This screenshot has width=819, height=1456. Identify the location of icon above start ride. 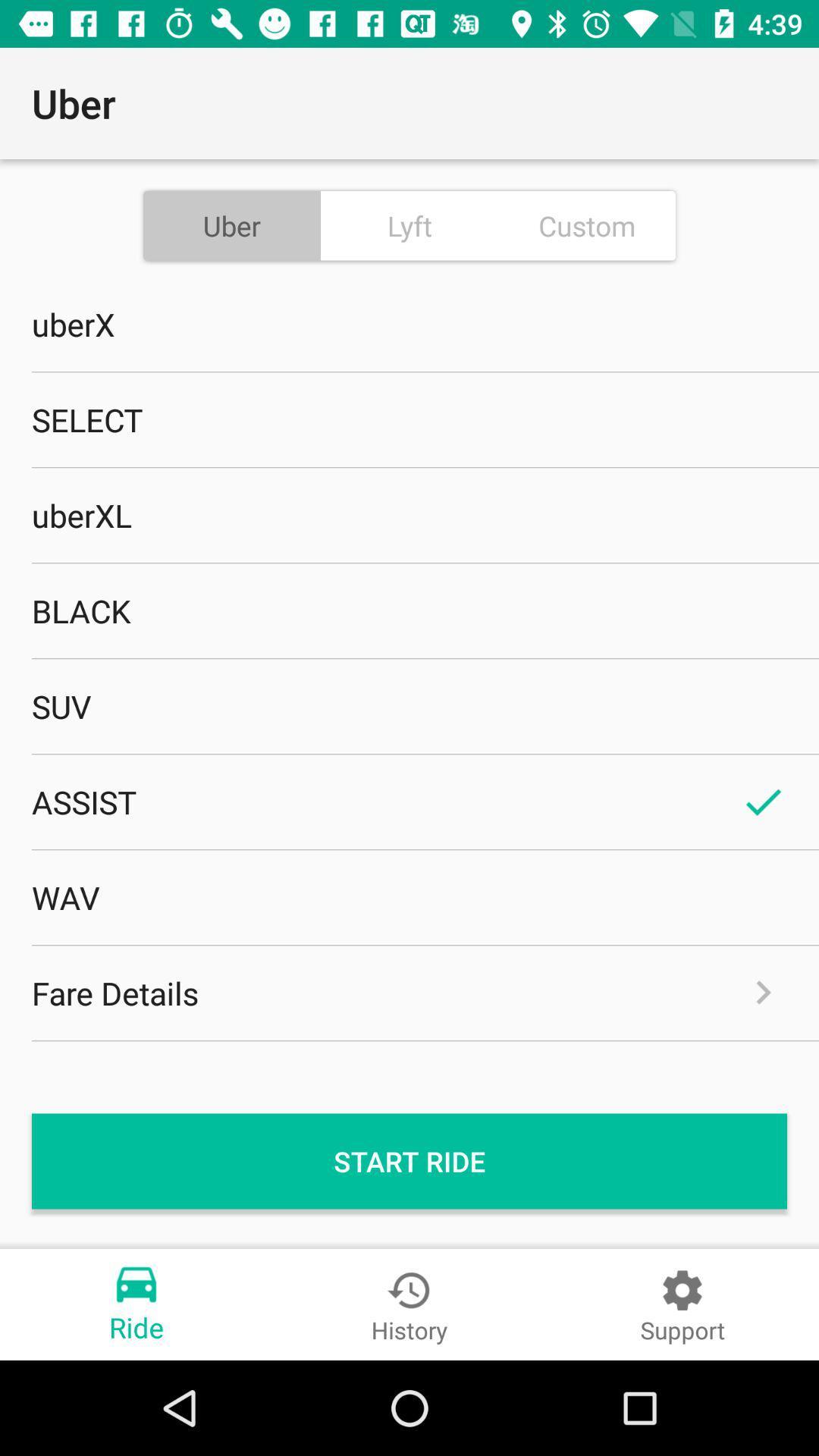
(409, 993).